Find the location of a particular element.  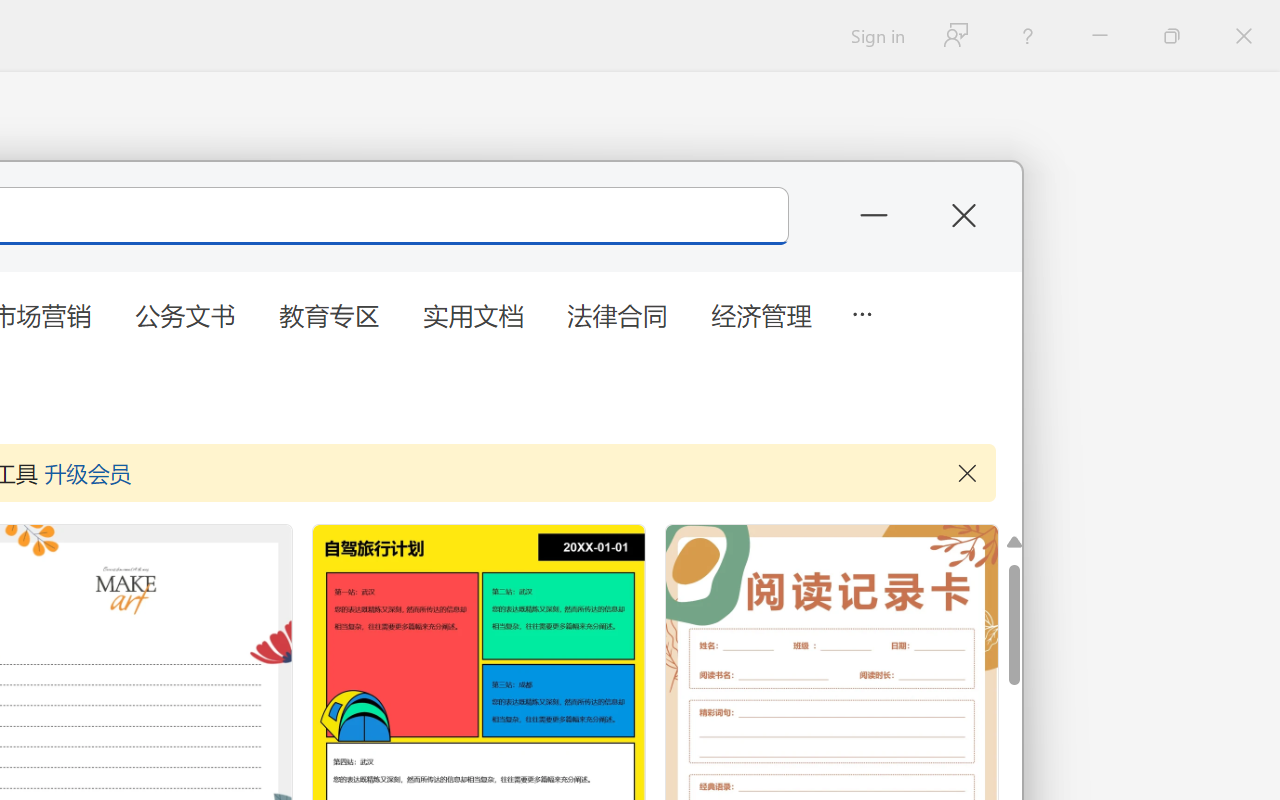

'Sign in' is located at coordinates (876, 34).